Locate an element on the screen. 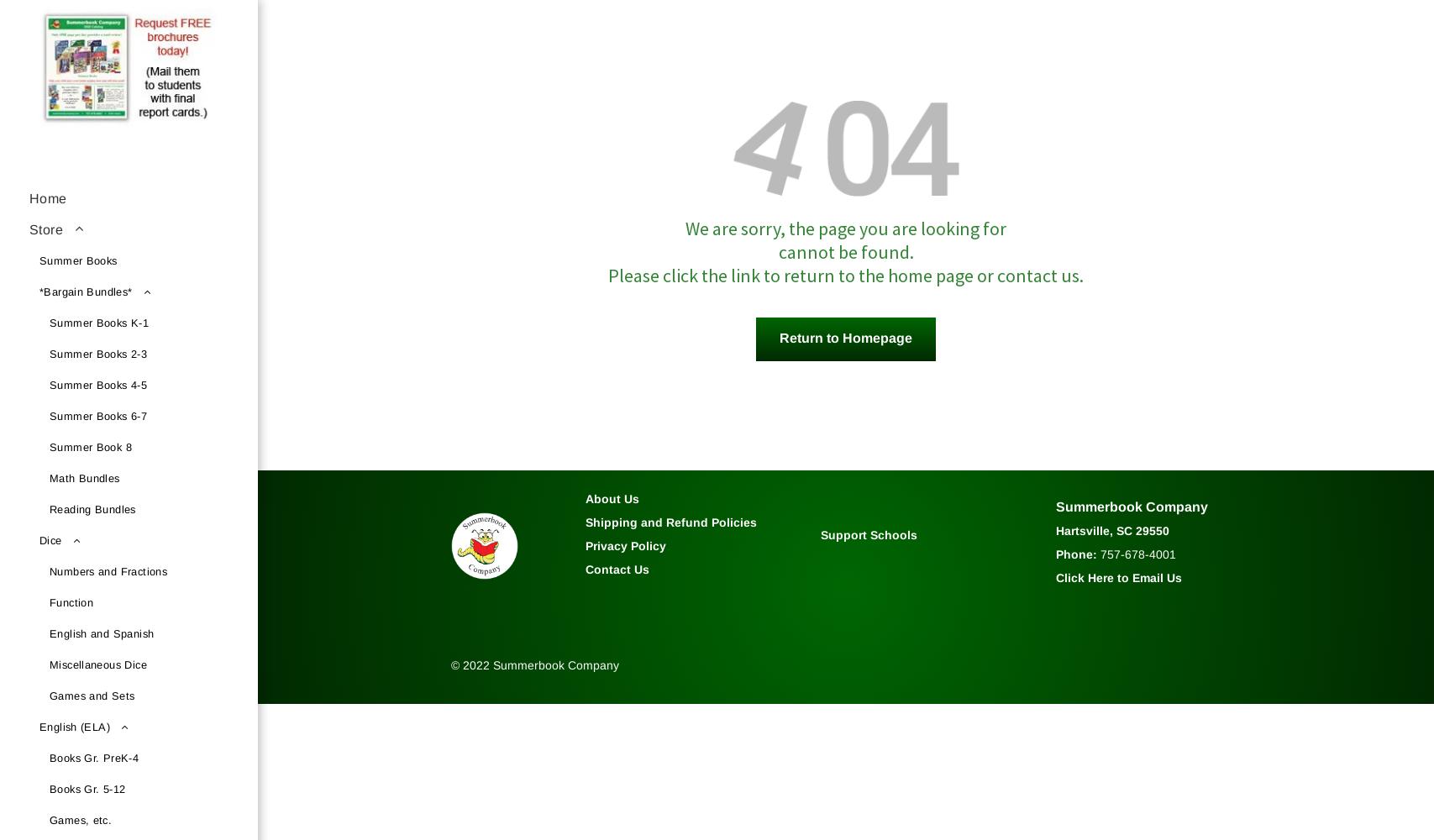 The image size is (1434, 840). 'Please click the link to return to the home page or contact us.' is located at coordinates (844, 274).